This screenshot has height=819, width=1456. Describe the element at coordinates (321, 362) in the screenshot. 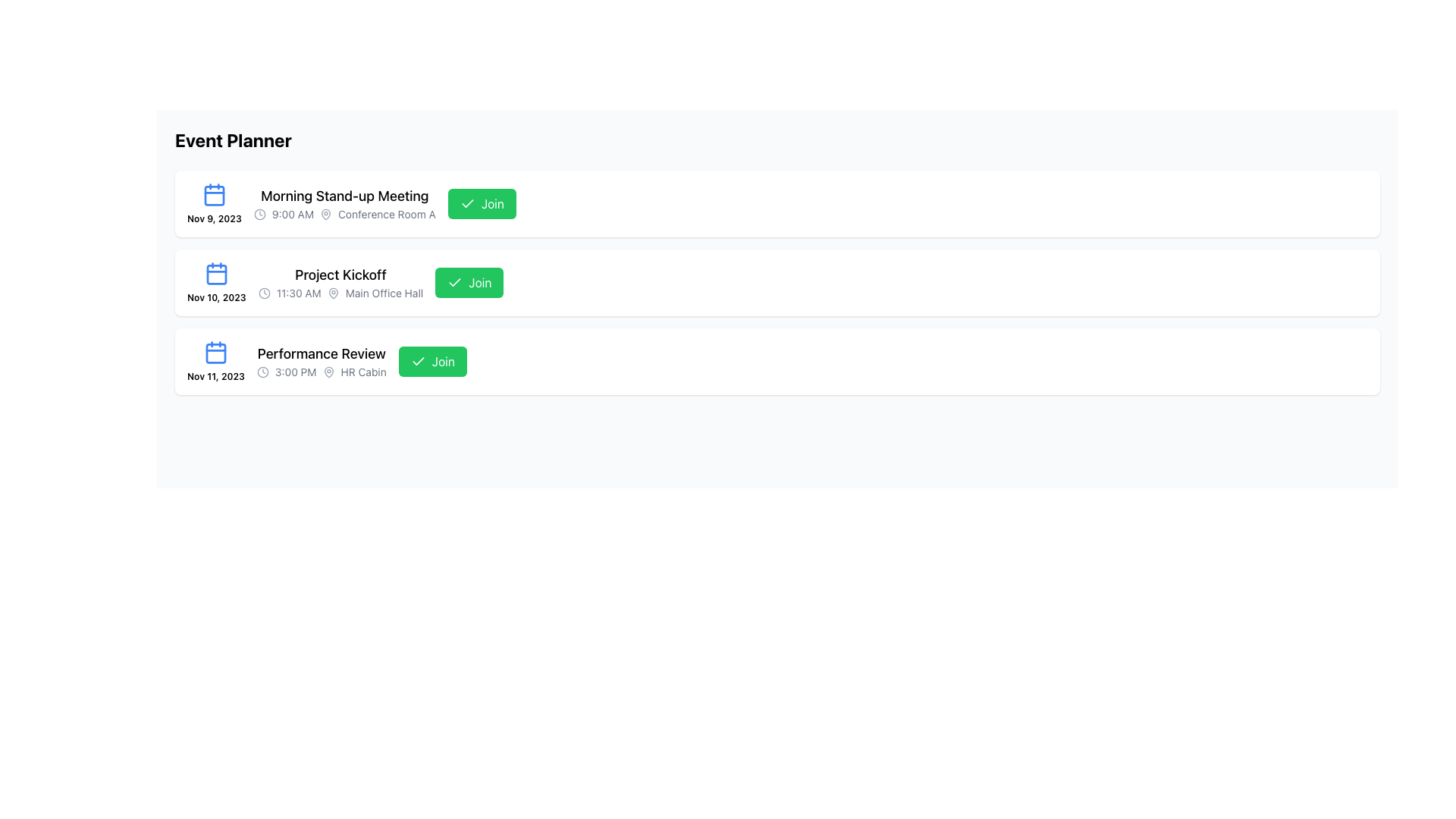

I see `the event listing element located in the third row of the vertical list, which displays an event's type, time, and location, to potentially reveal more details` at that location.